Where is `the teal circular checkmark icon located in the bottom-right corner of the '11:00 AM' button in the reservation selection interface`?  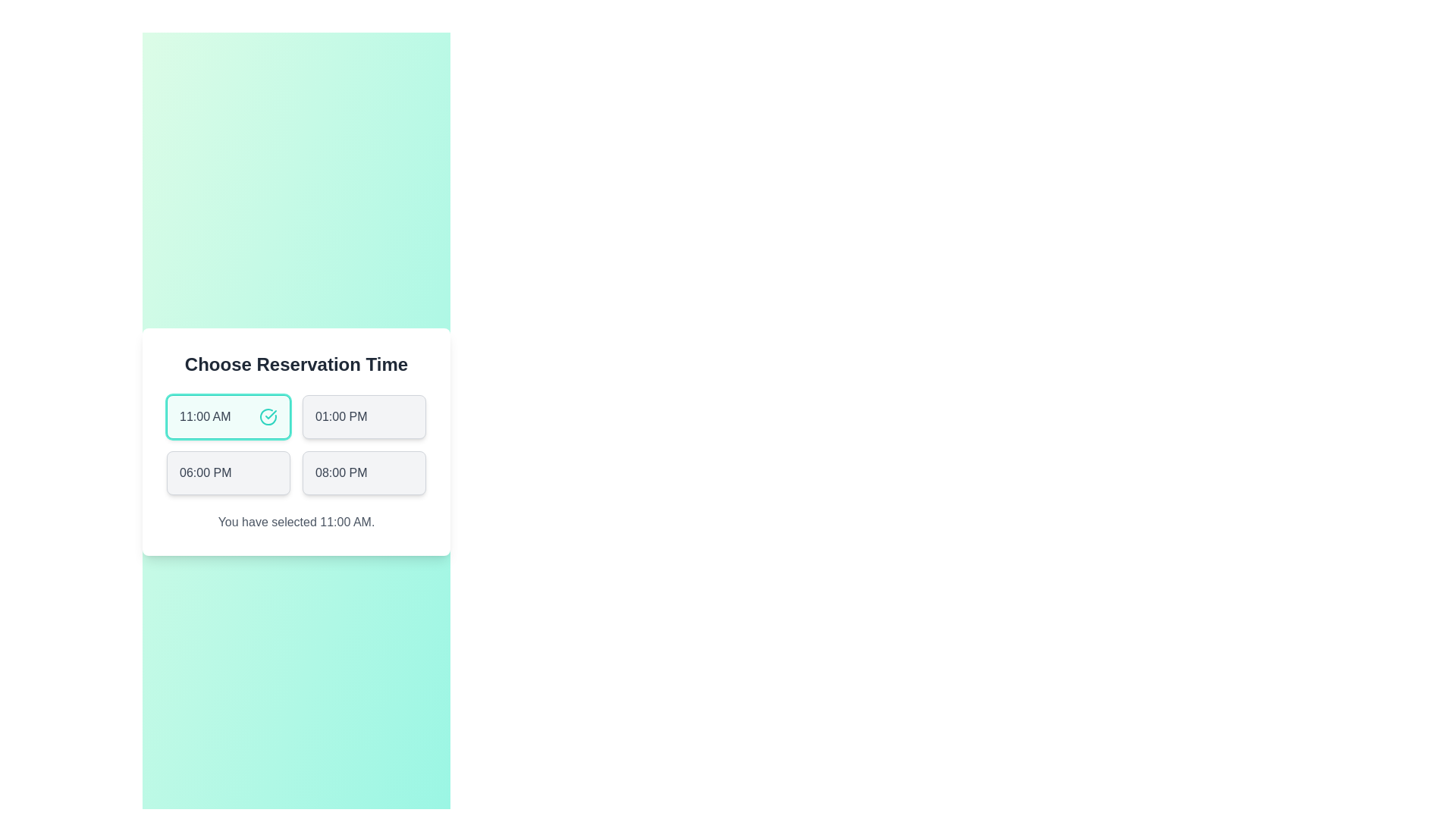 the teal circular checkmark icon located in the bottom-right corner of the '11:00 AM' button in the reservation selection interface is located at coordinates (268, 417).